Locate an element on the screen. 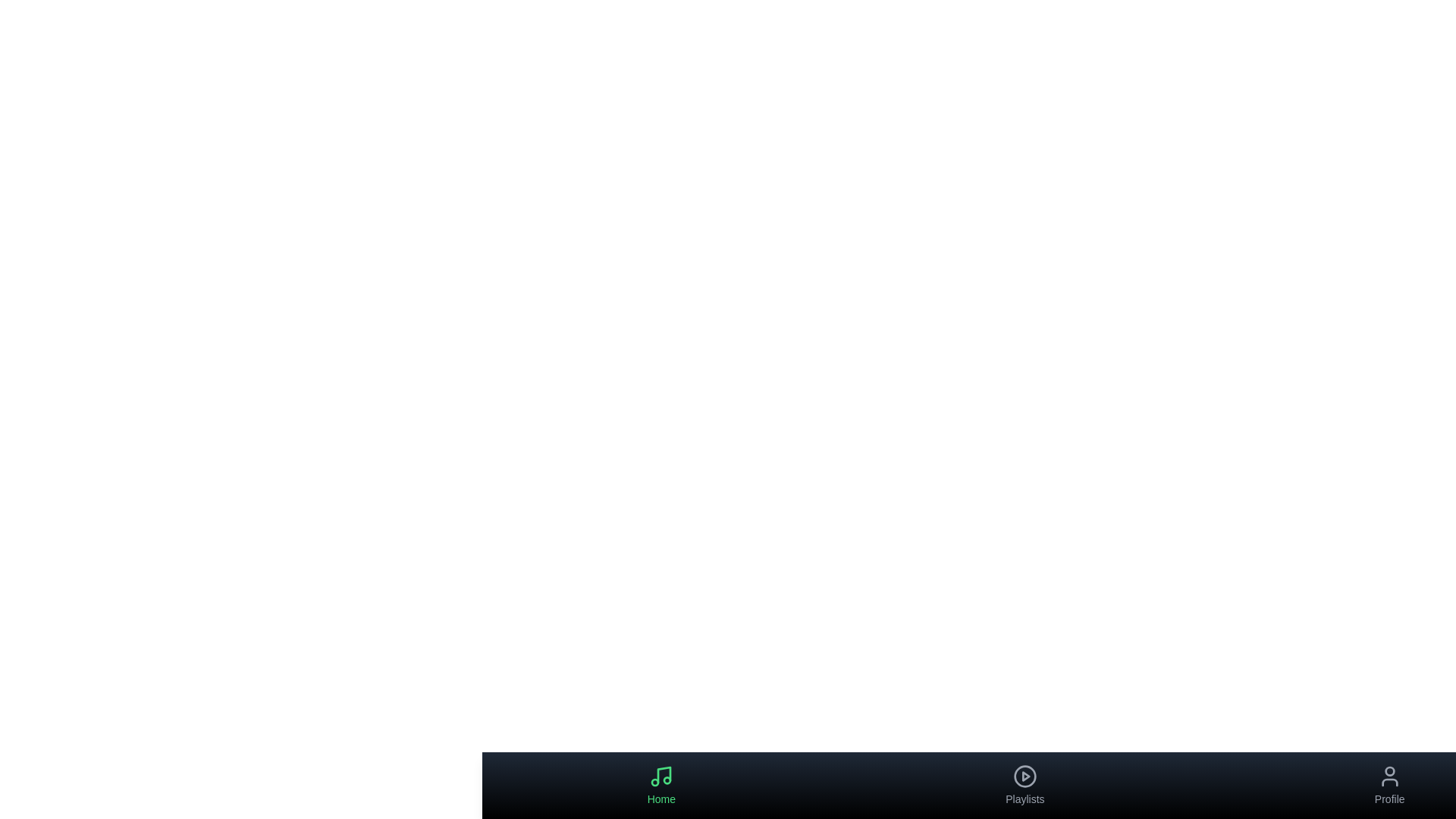 This screenshot has height=819, width=1456. the Playlists tab to navigate to its section is located at coordinates (1025, 785).